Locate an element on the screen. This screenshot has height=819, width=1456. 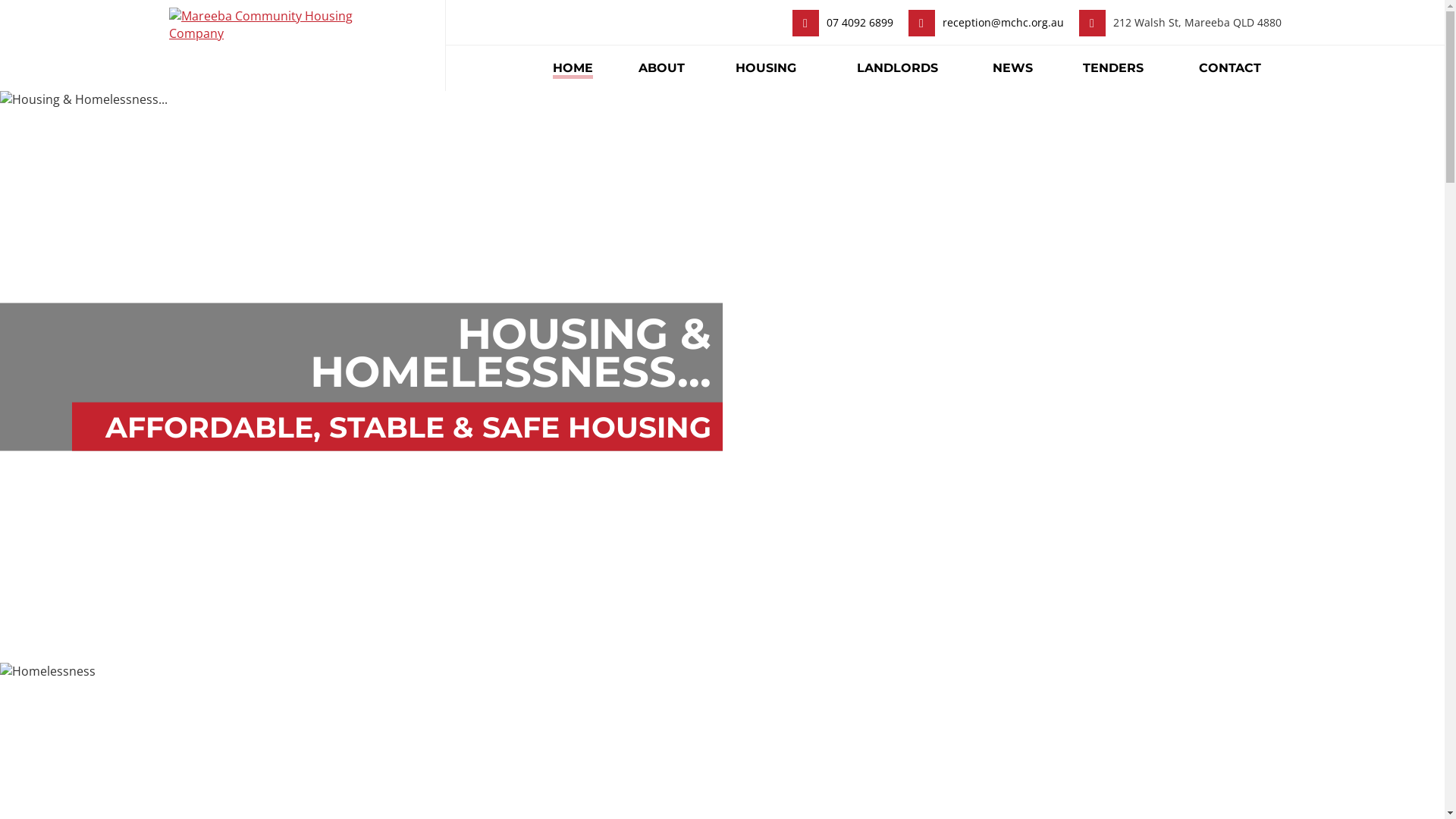
'HOME' is located at coordinates (538, 67).